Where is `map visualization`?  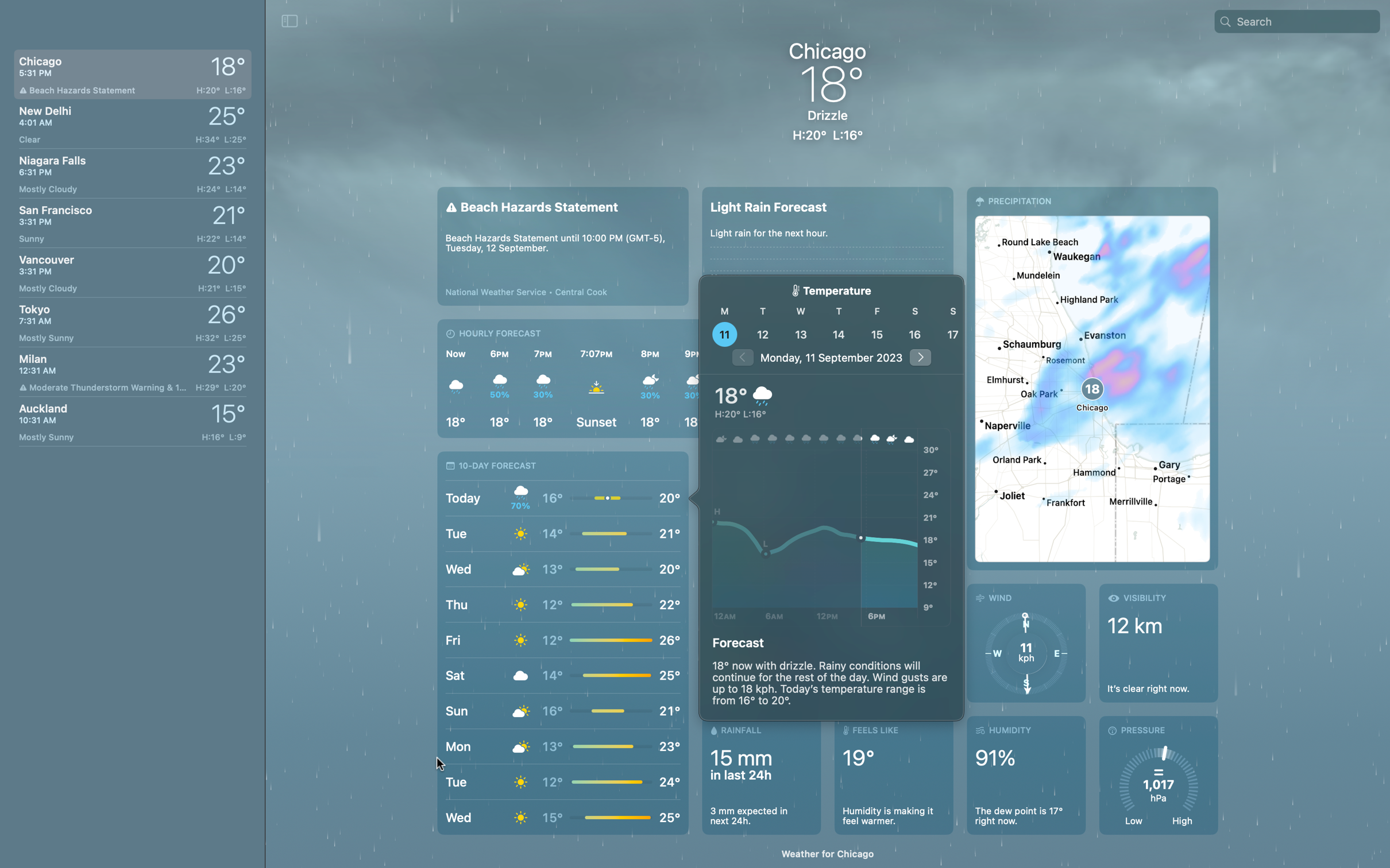 map visualization is located at coordinates (1091, 377).